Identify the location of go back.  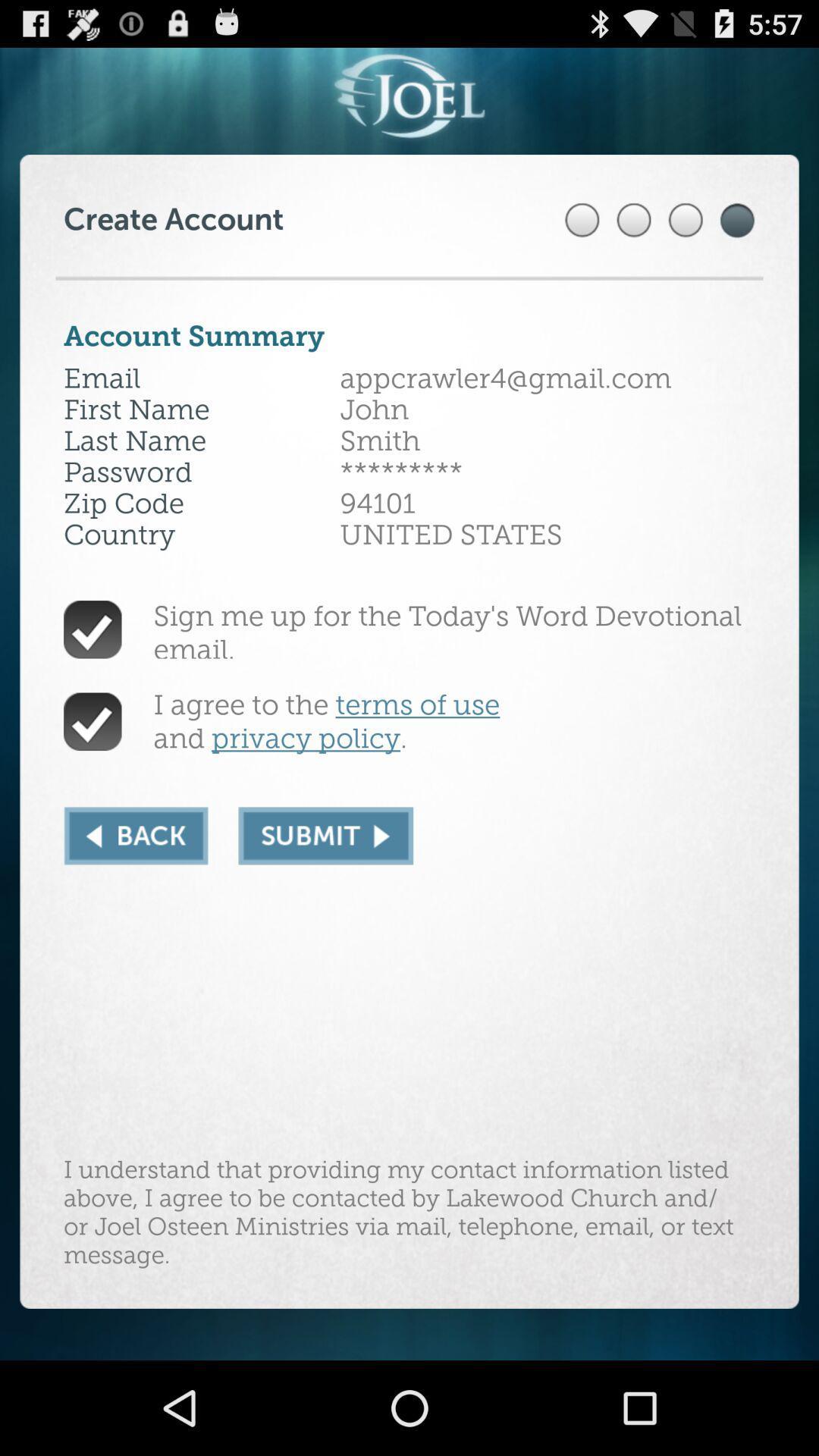
(135, 835).